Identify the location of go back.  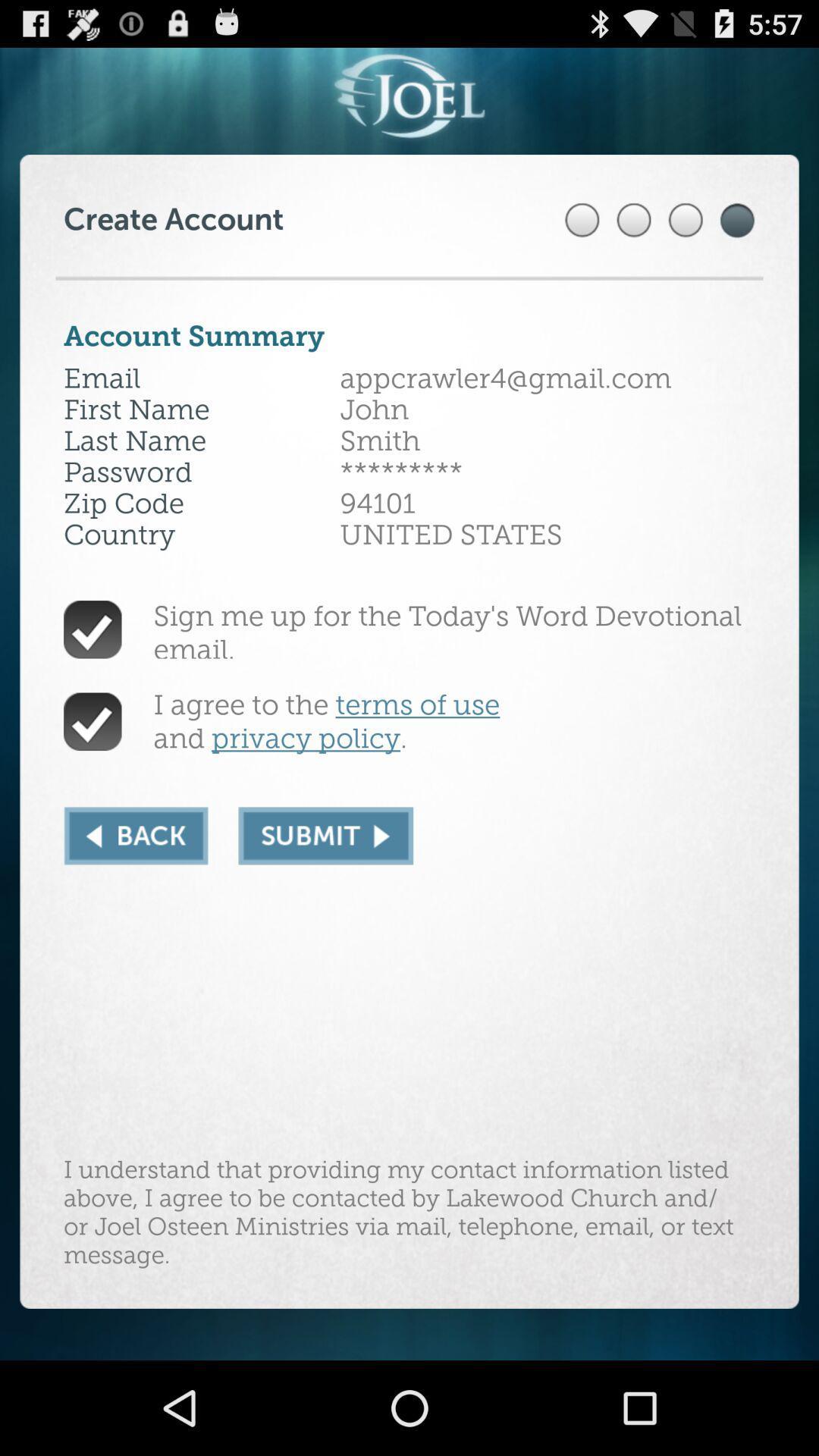
(135, 835).